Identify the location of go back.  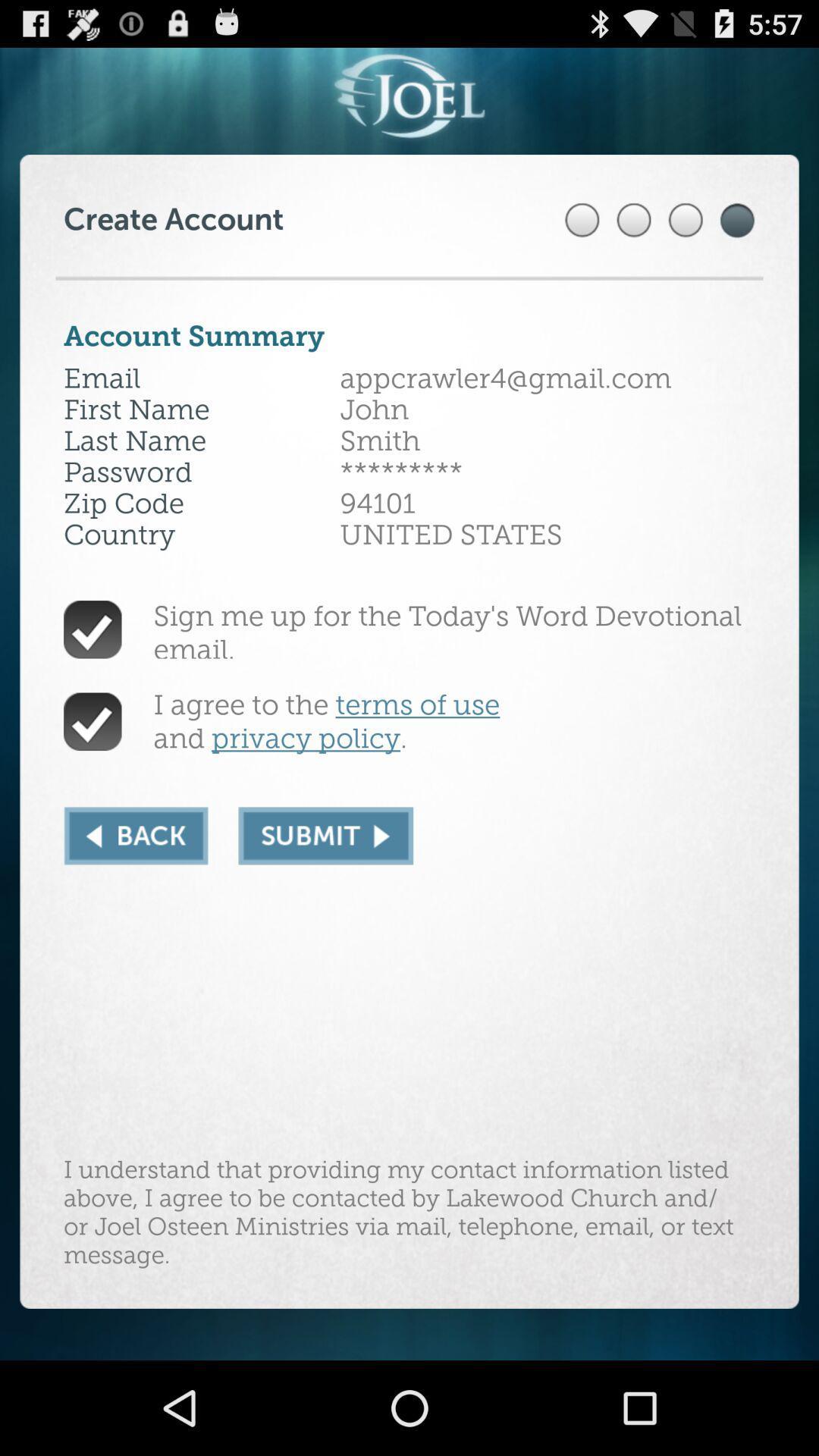
(135, 835).